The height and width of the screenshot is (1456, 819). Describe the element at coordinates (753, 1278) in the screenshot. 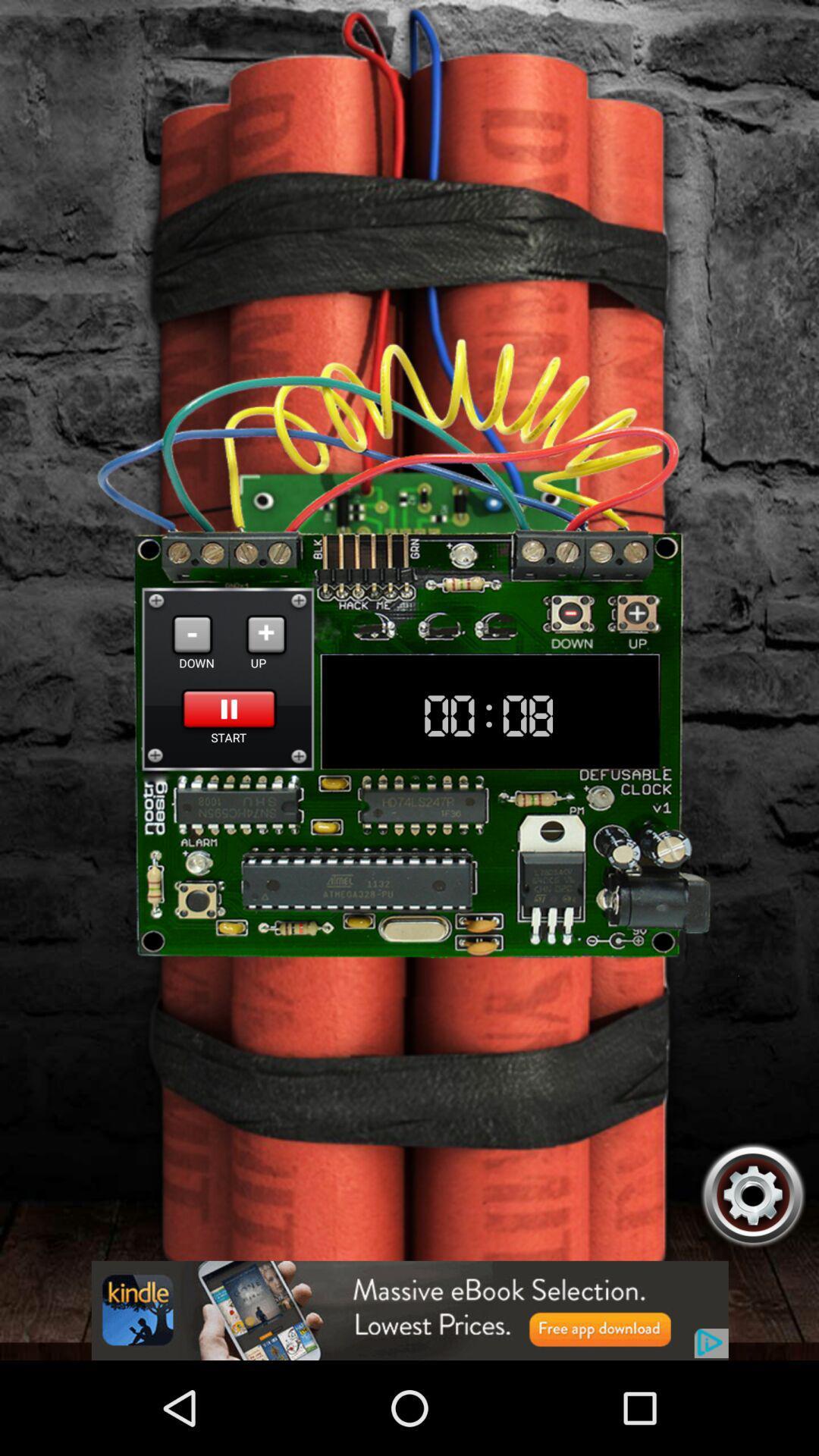

I see `the settings icon` at that location.